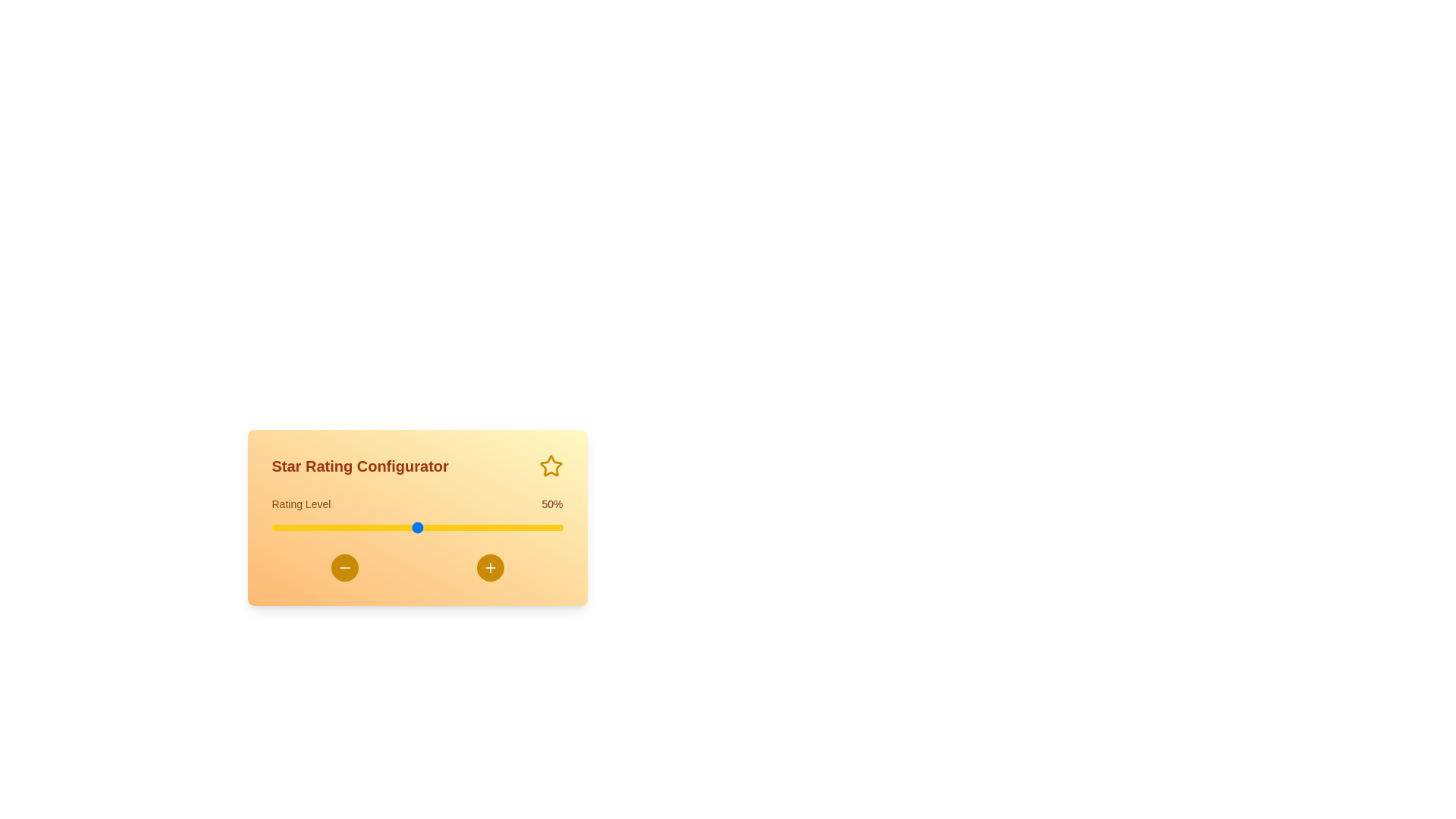 The width and height of the screenshot is (1456, 819). Describe the element at coordinates (329, 526) in the screenshot. I see `the slider to set the rating to 20%` at that location.